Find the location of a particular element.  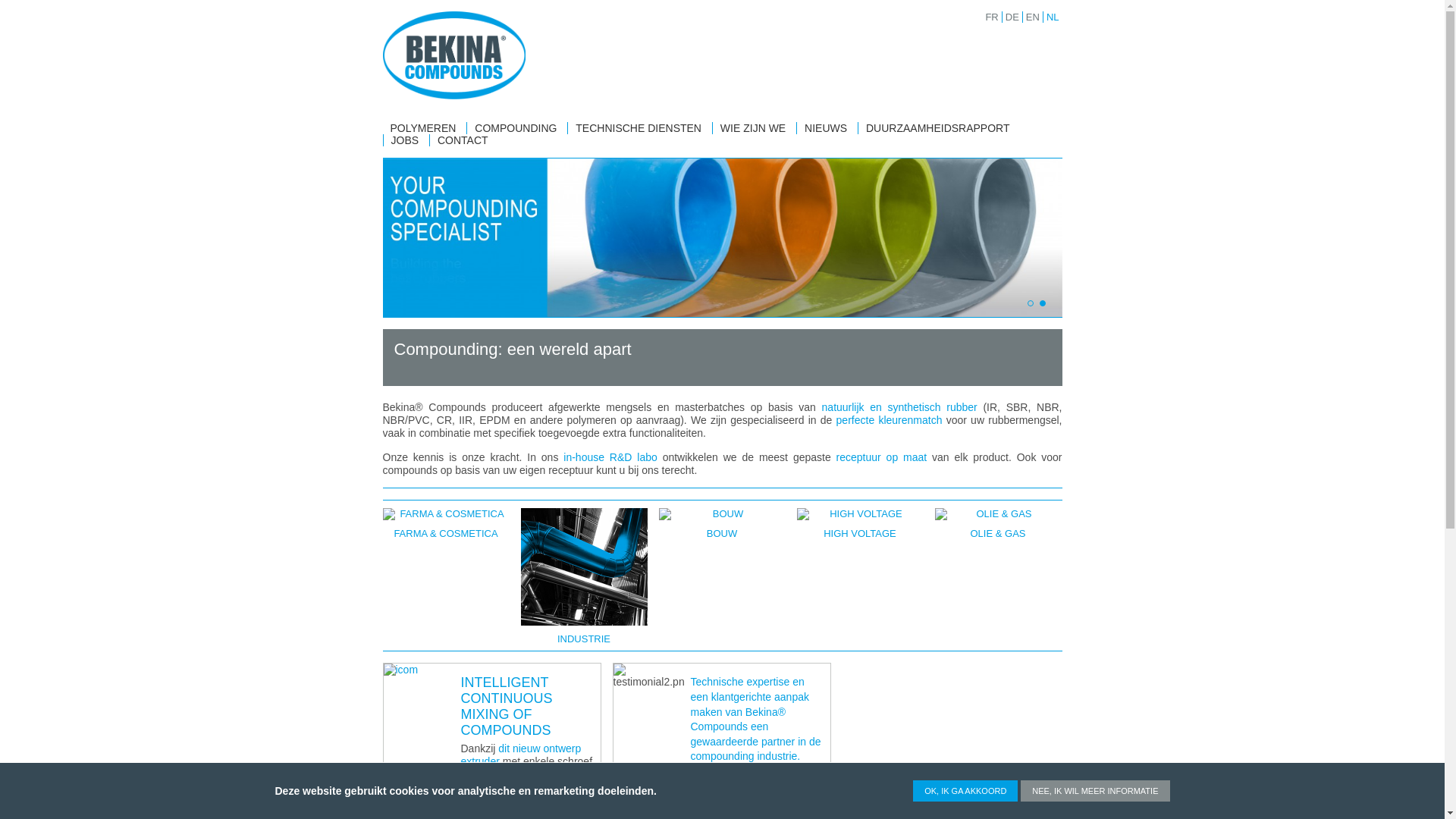

'COMPOUNDING' is located at coordinates (516, 127).